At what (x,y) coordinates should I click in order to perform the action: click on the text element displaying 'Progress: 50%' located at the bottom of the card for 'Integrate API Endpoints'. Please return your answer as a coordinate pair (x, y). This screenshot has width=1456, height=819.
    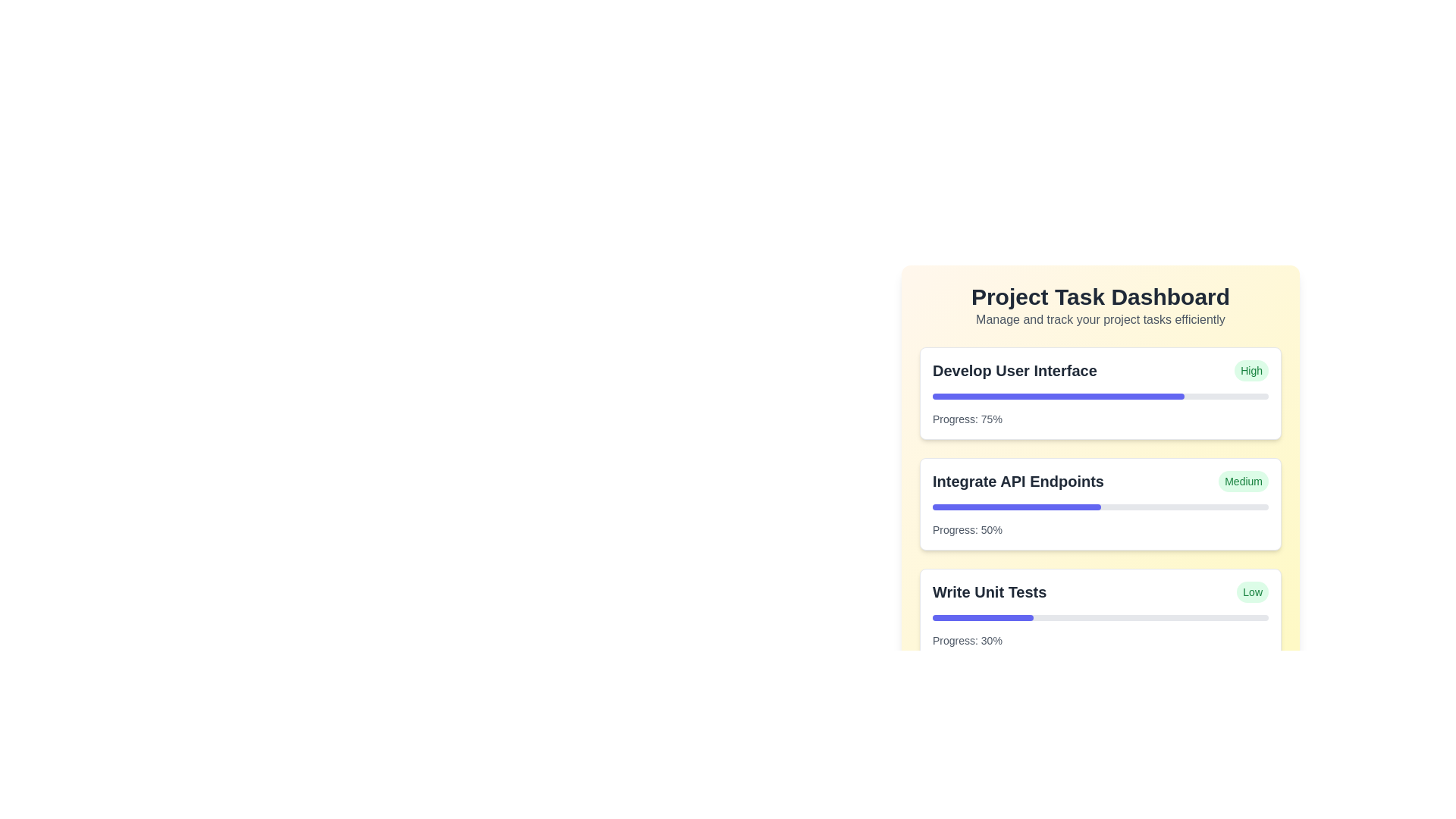
    Looking at the image, I should click on (1100, 529).